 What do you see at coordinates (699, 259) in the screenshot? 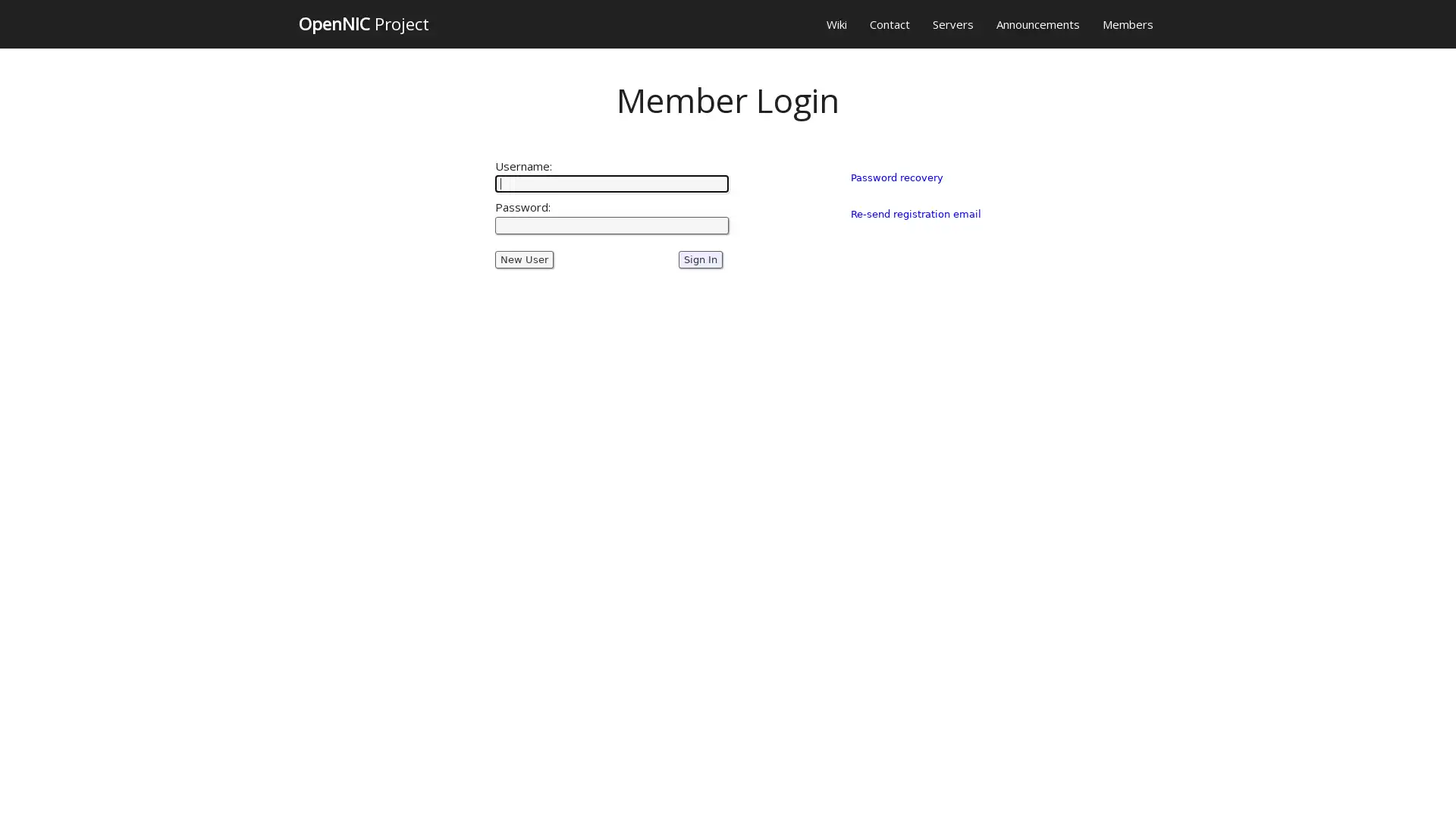
I see `Sign In` at bounding box center [699, 259].